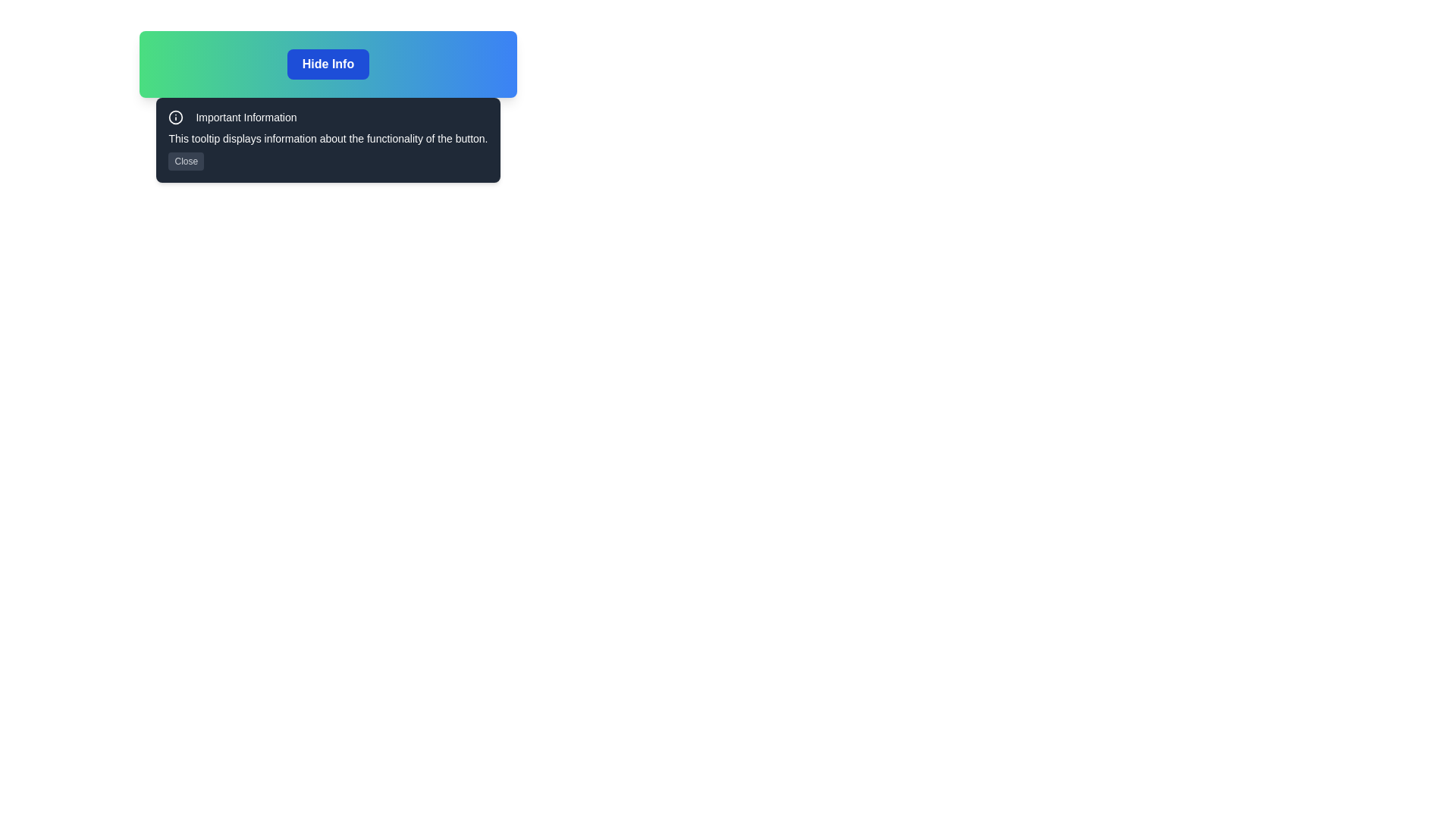 This screenshot has height=819, width=1456. What do you see at coordinates (246, 116) in the screenshot?
I see `the Text Label that serves as a heading or title, located below the 'Hide Info' button and to the right of an informational icon` at bounding box center [246, 116].